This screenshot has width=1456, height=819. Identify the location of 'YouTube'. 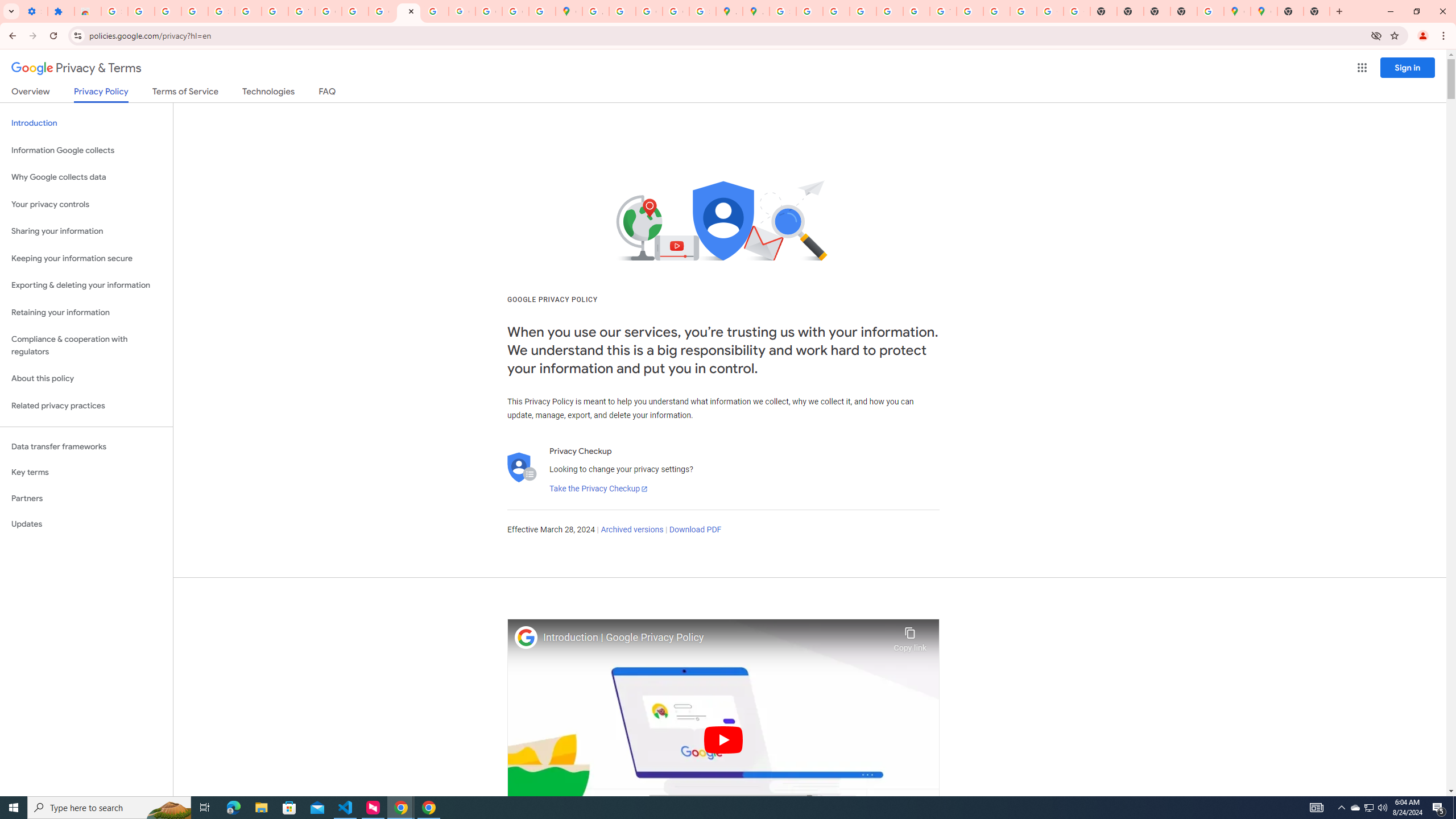
(301, 11).